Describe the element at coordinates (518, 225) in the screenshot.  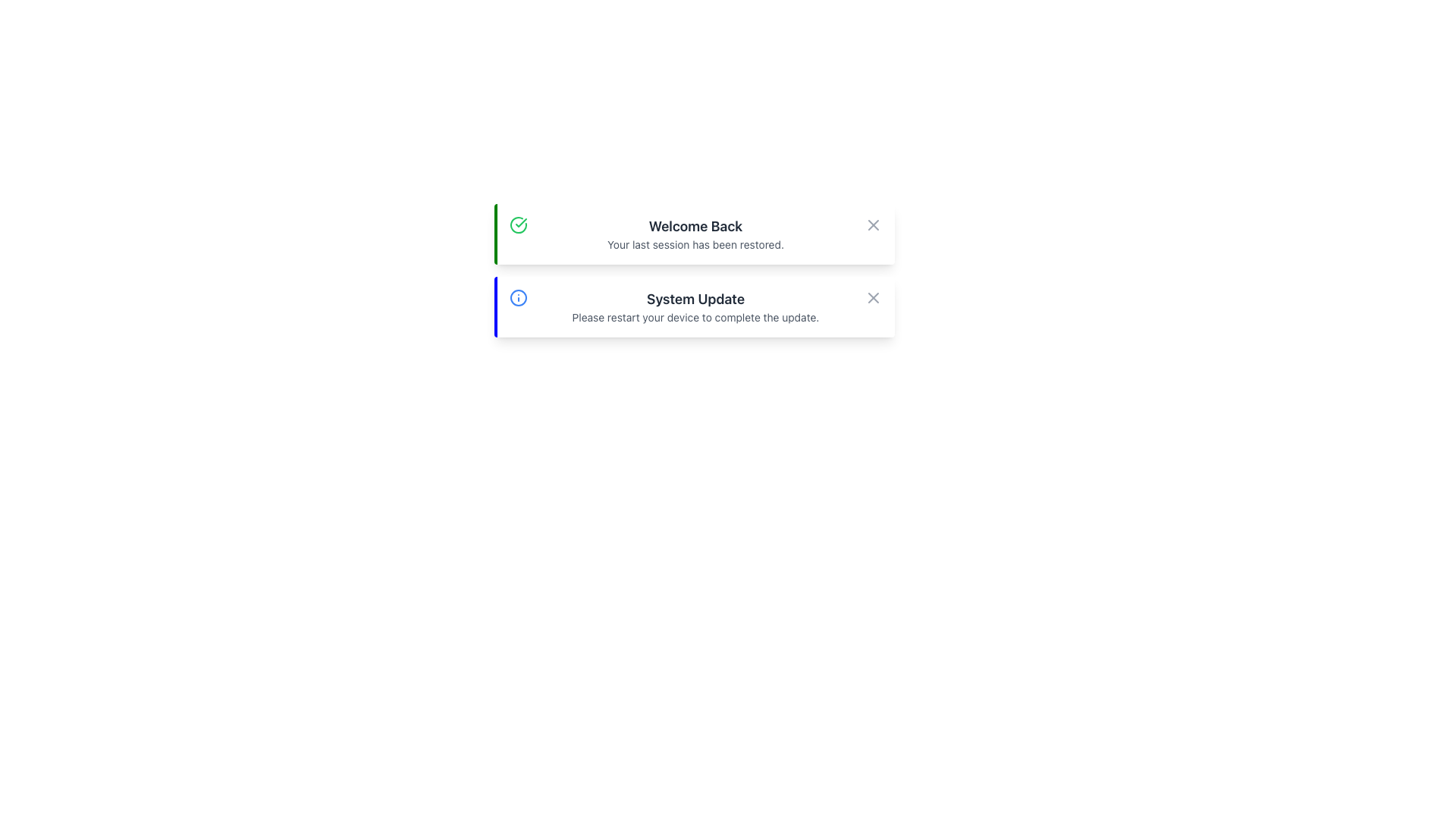
I see `the status representation of the circular icon with a green stroke and check mark, located in the notification block titled 'Welcome Back'` at that location.